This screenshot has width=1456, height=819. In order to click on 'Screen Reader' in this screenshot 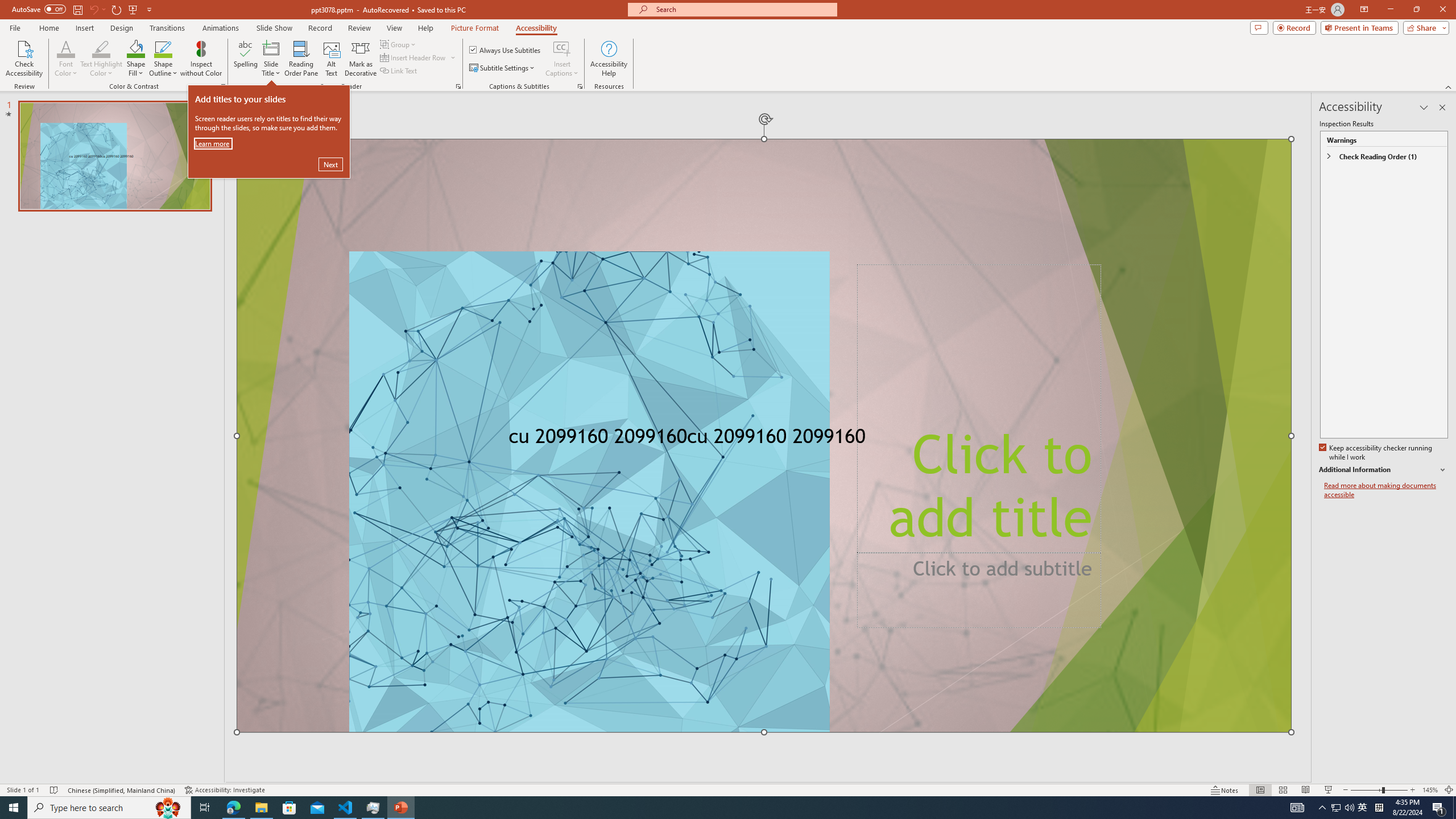, I will do `click(458, 85)`.